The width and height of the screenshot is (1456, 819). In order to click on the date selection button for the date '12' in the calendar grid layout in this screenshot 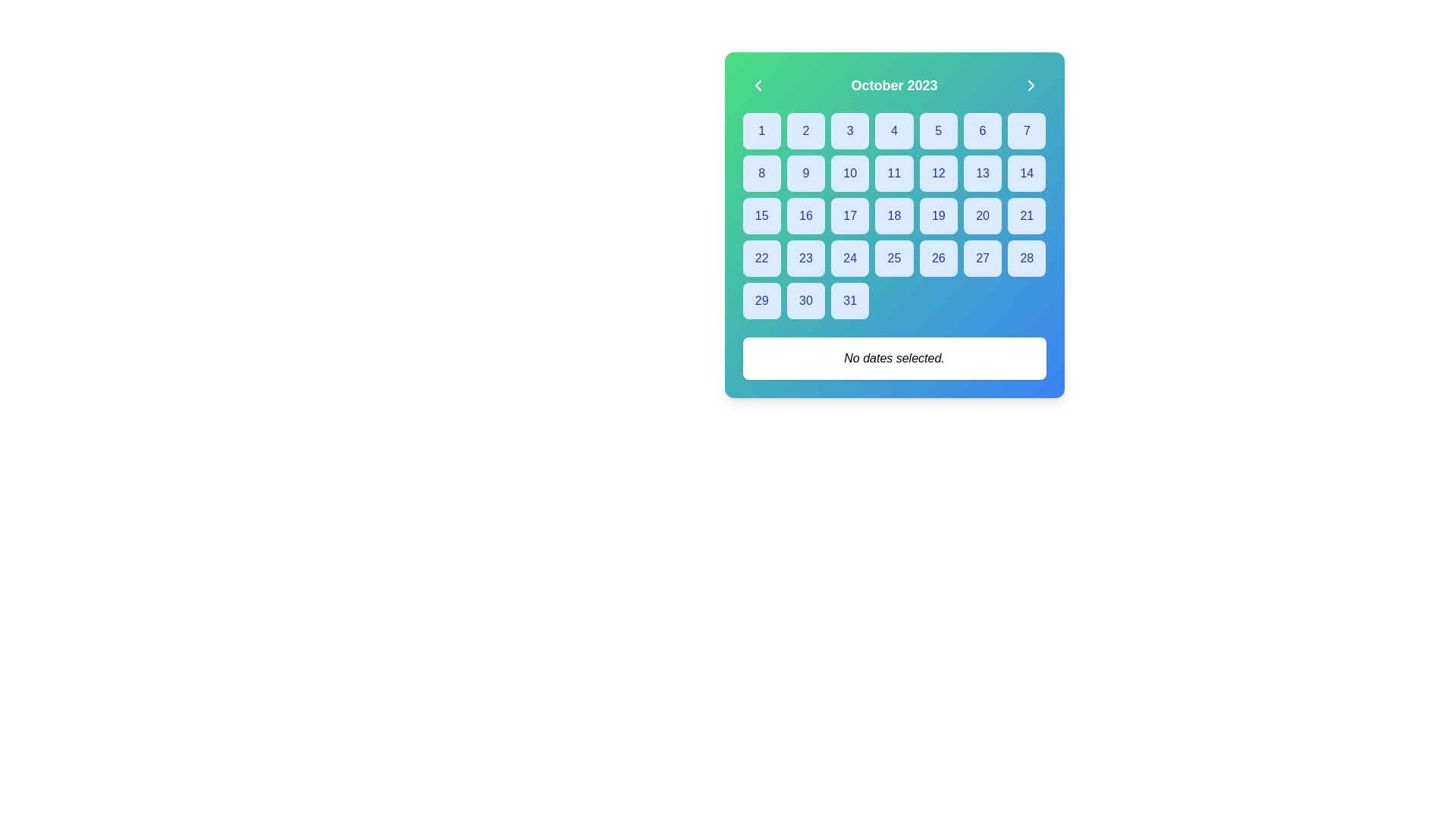, I will do `click(937, 172)`.